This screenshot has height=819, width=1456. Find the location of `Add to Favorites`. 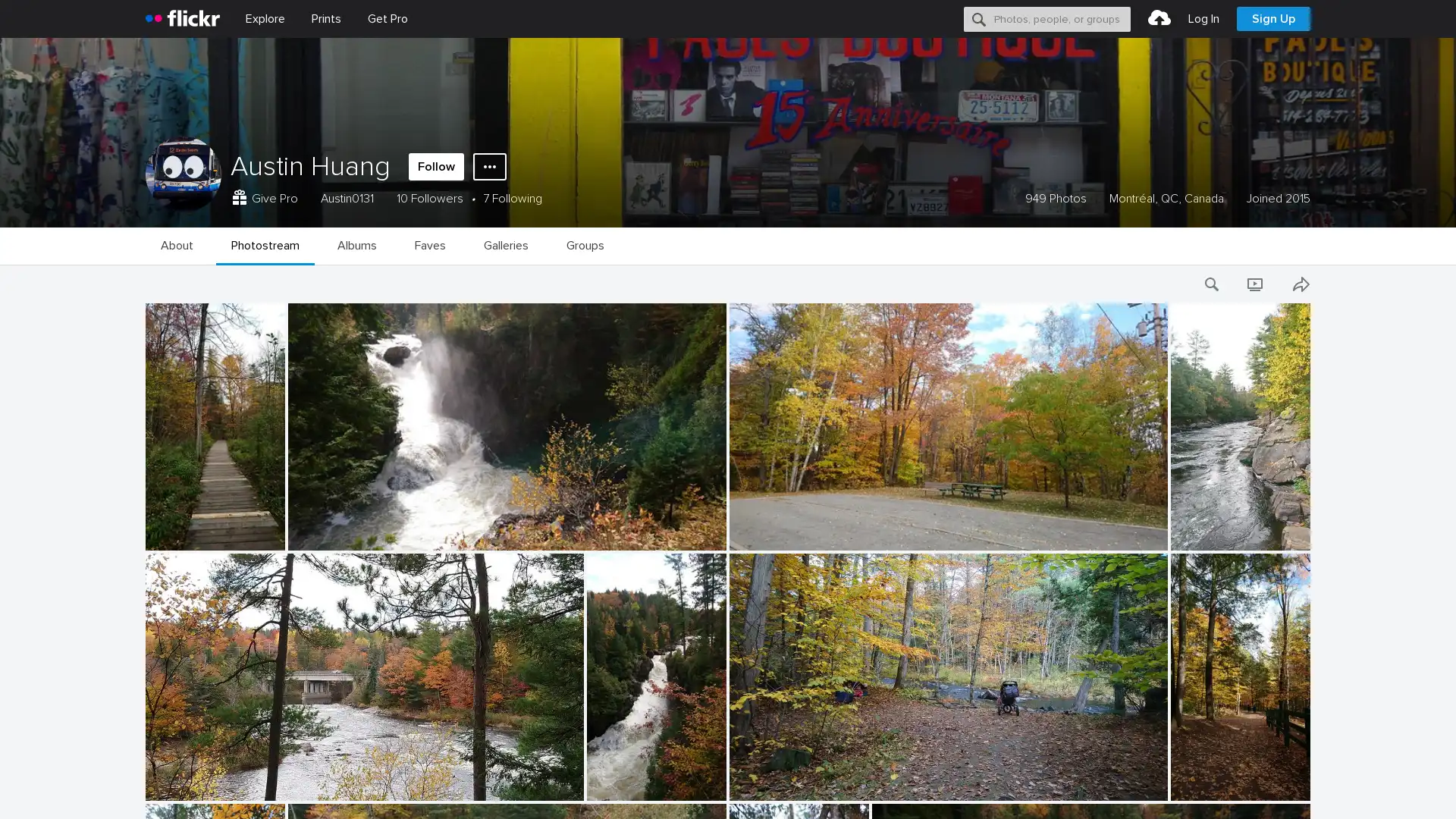

Add to Favorites is located at coordinates (146, 784).